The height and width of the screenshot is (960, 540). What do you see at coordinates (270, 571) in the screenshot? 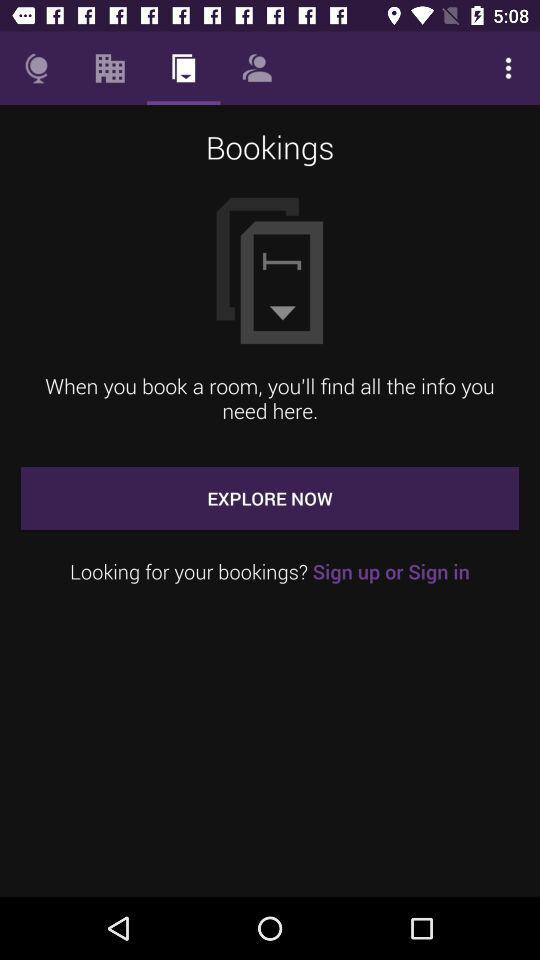
I see `icon below the explore now icon` at bounding box center [270, 571].